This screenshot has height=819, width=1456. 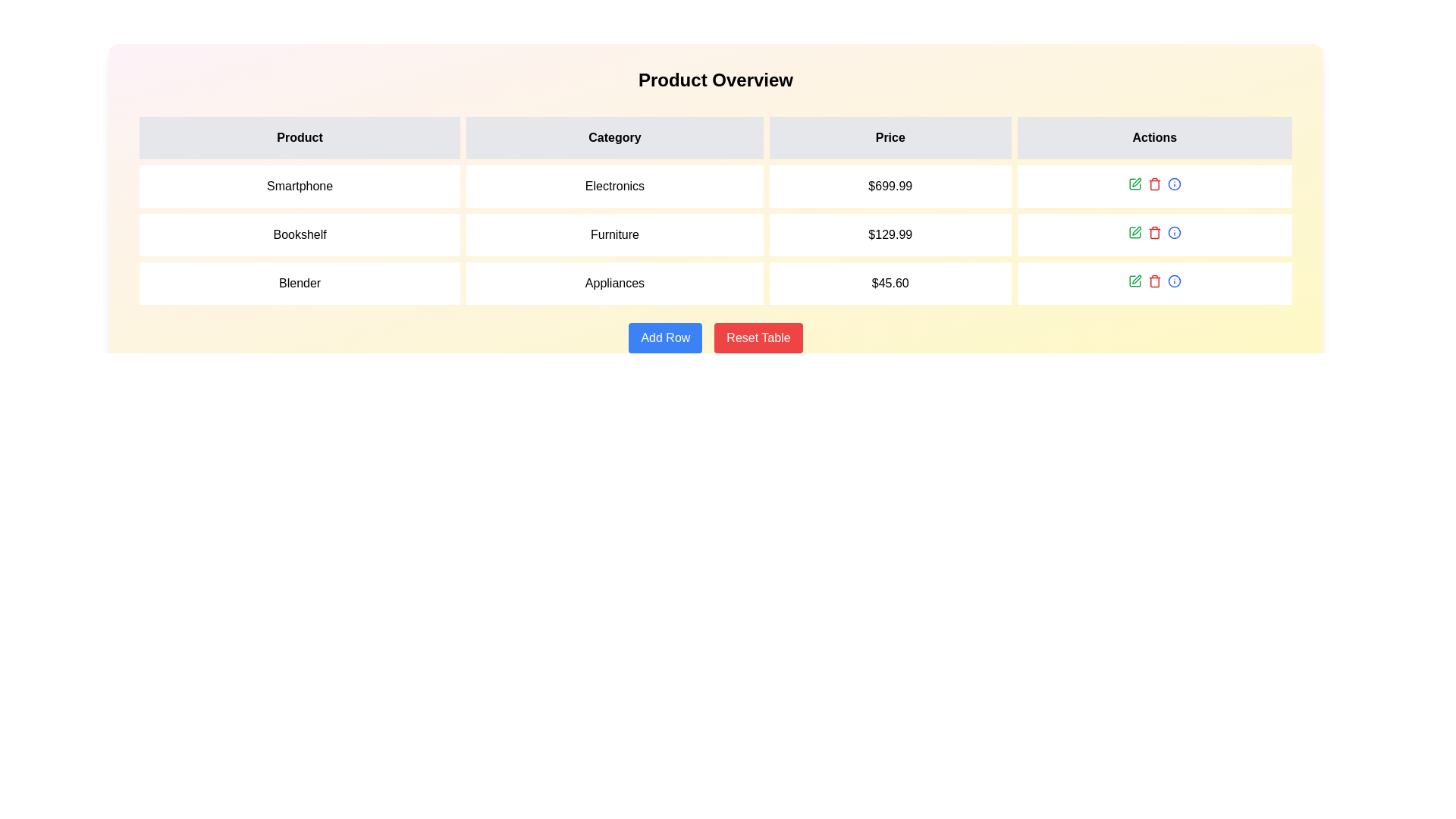 I want to click on the 'Add Row' button located centrally below the table, next to the 'Reset Table' button, to change its appearance, so click(x=665, y=337).